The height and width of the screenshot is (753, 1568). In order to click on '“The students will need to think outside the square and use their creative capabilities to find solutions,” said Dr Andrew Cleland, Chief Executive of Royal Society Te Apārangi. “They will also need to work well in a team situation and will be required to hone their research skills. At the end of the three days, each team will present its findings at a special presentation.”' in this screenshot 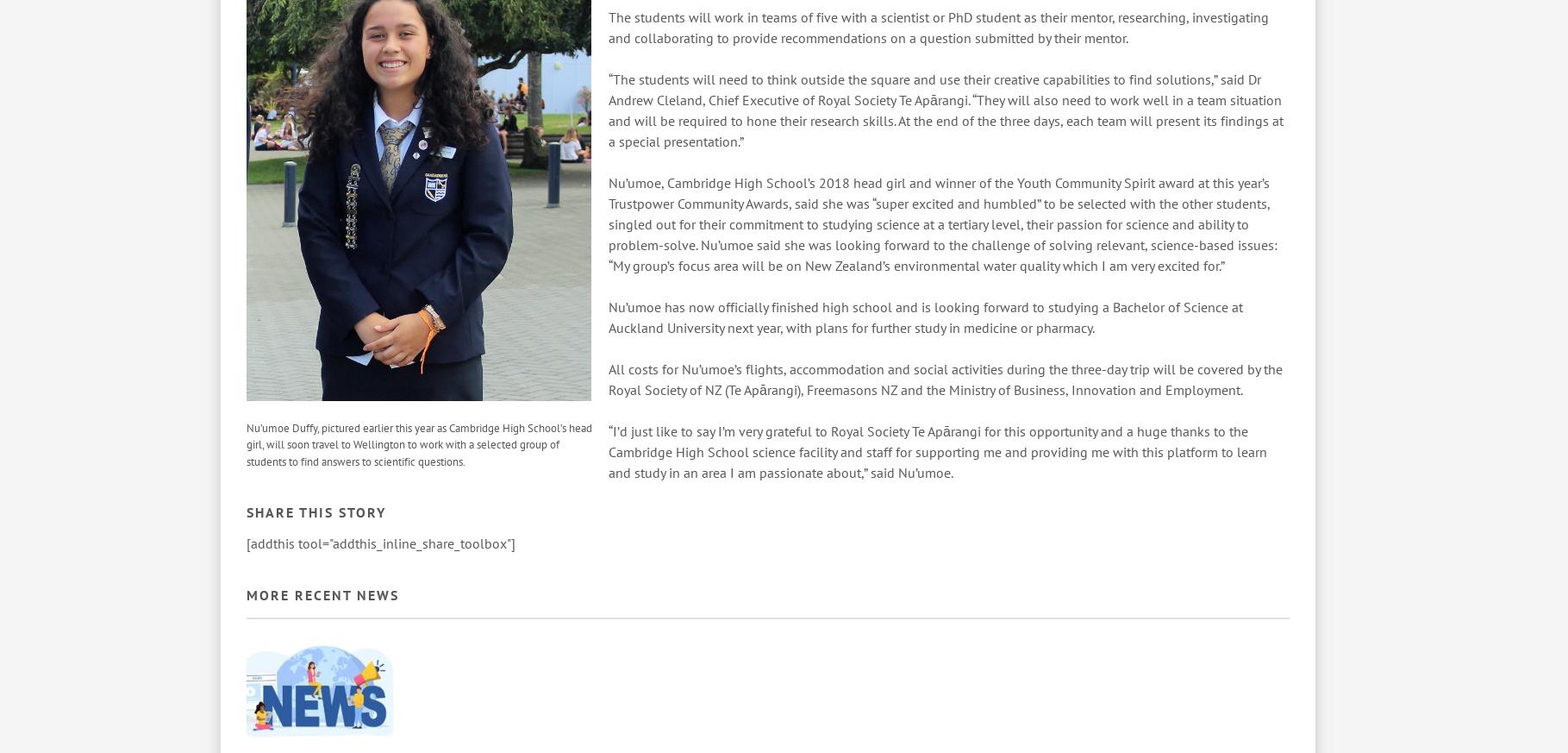, I will do `click(945, 110)`.